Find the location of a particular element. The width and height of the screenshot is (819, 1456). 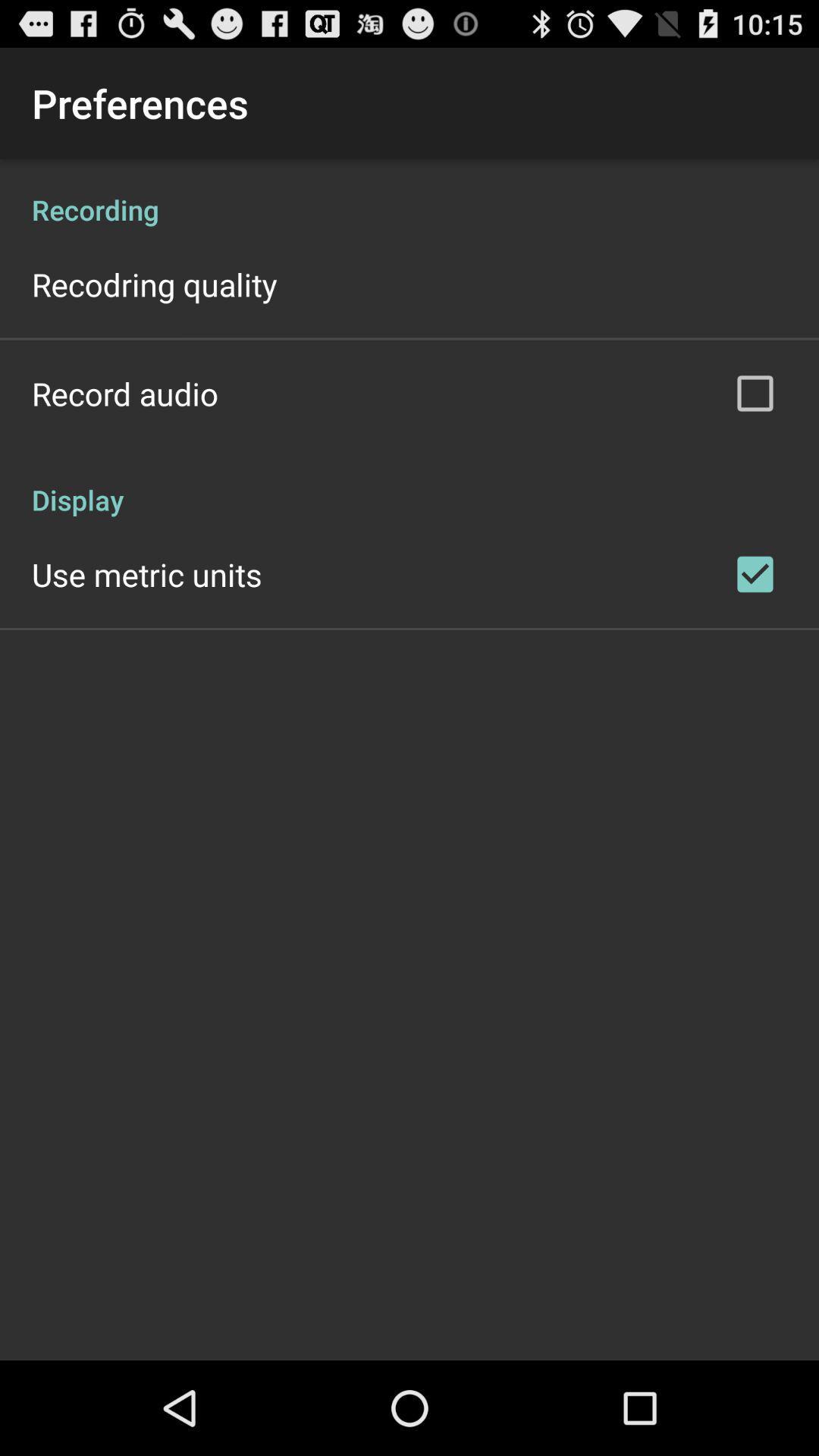

recording icon is located at coordinates (409, 193).